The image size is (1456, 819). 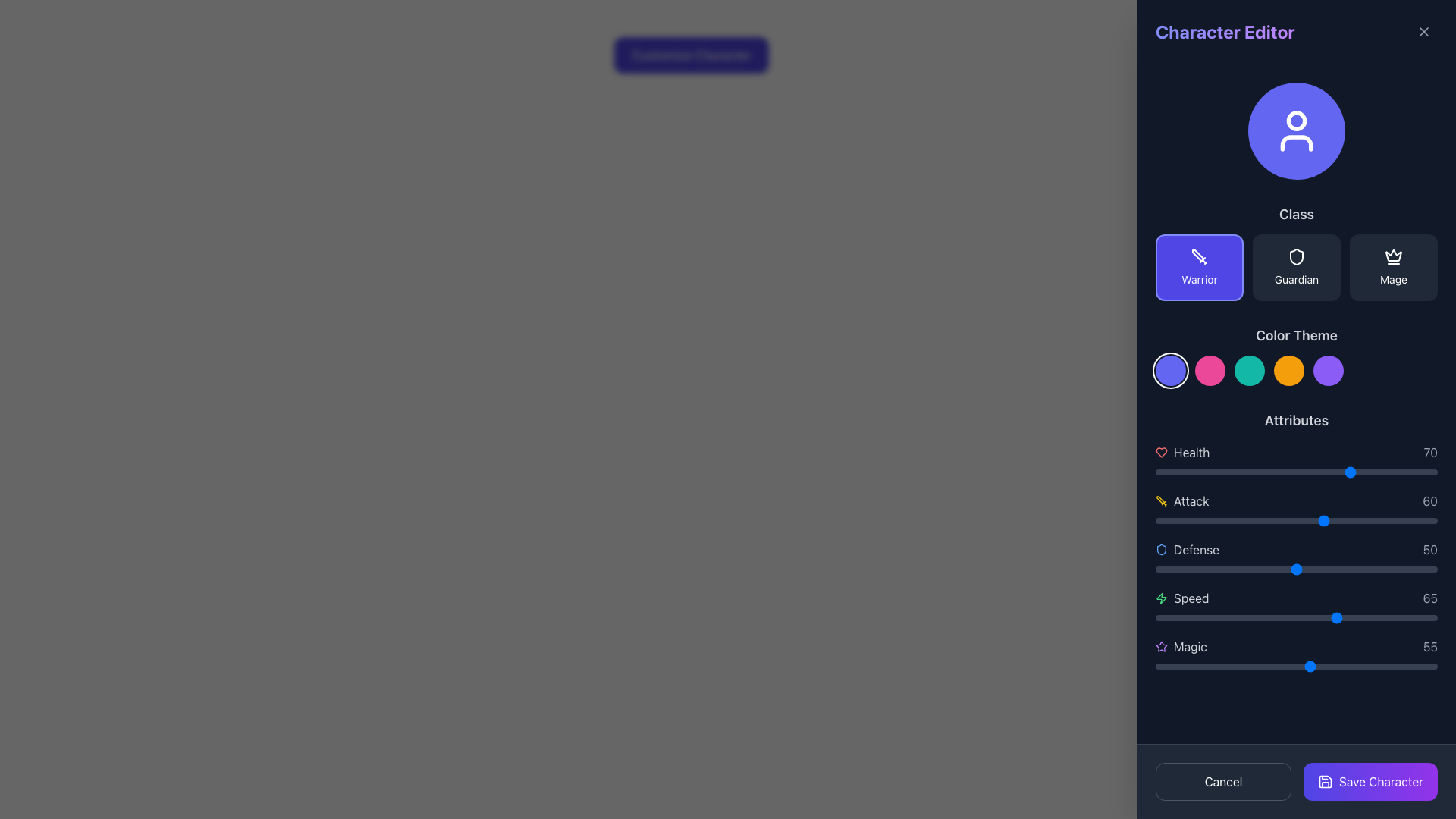 I want to click on the rightmost button in the Class section of the Character Editor, so click(x=1394, y=267).